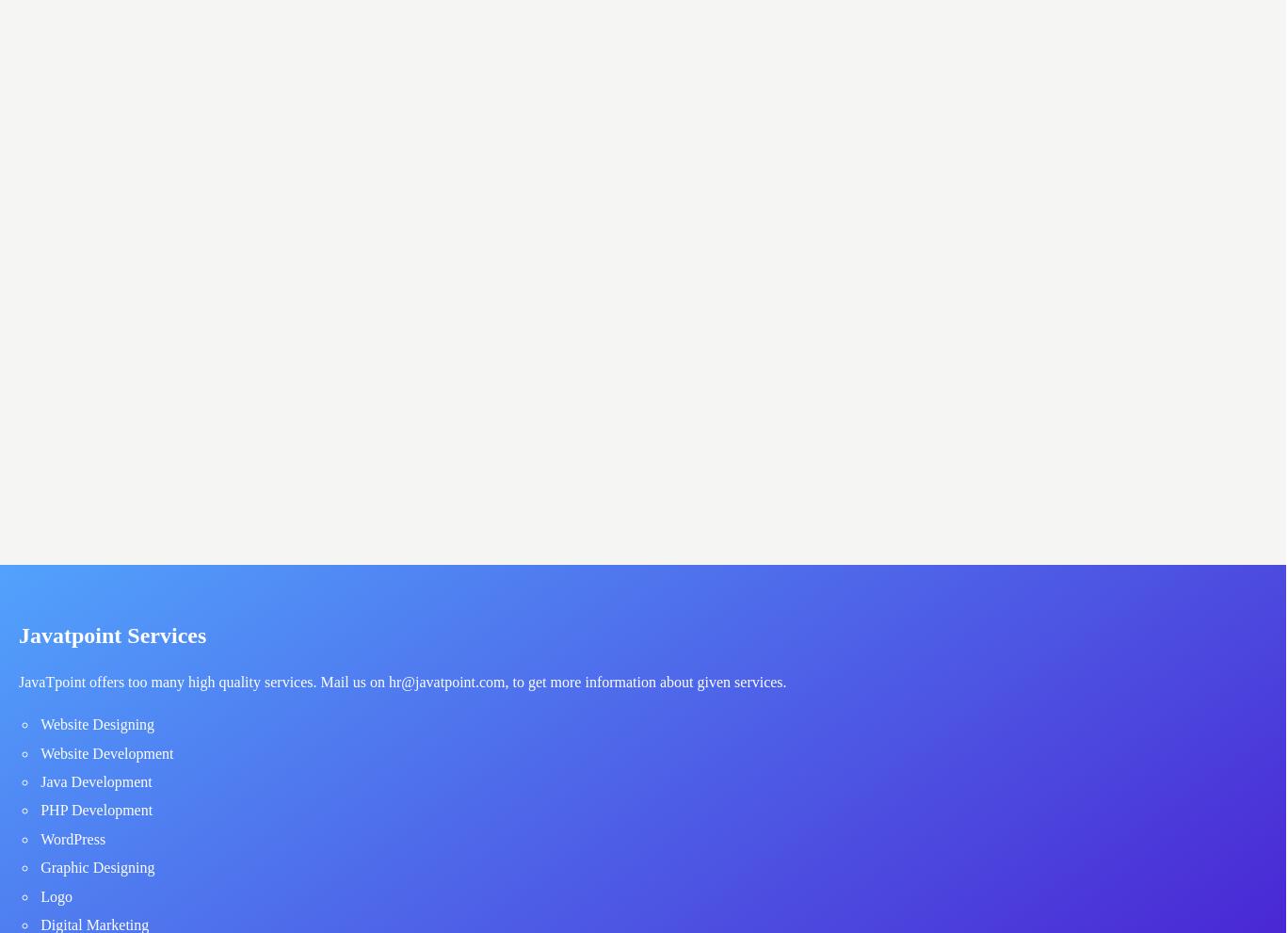 The image size is (1288, 933). What do you see at coordinates (503, 681) in the screenshot?
I see `', to get more information about given services.'` at bounding box center [503, 681].